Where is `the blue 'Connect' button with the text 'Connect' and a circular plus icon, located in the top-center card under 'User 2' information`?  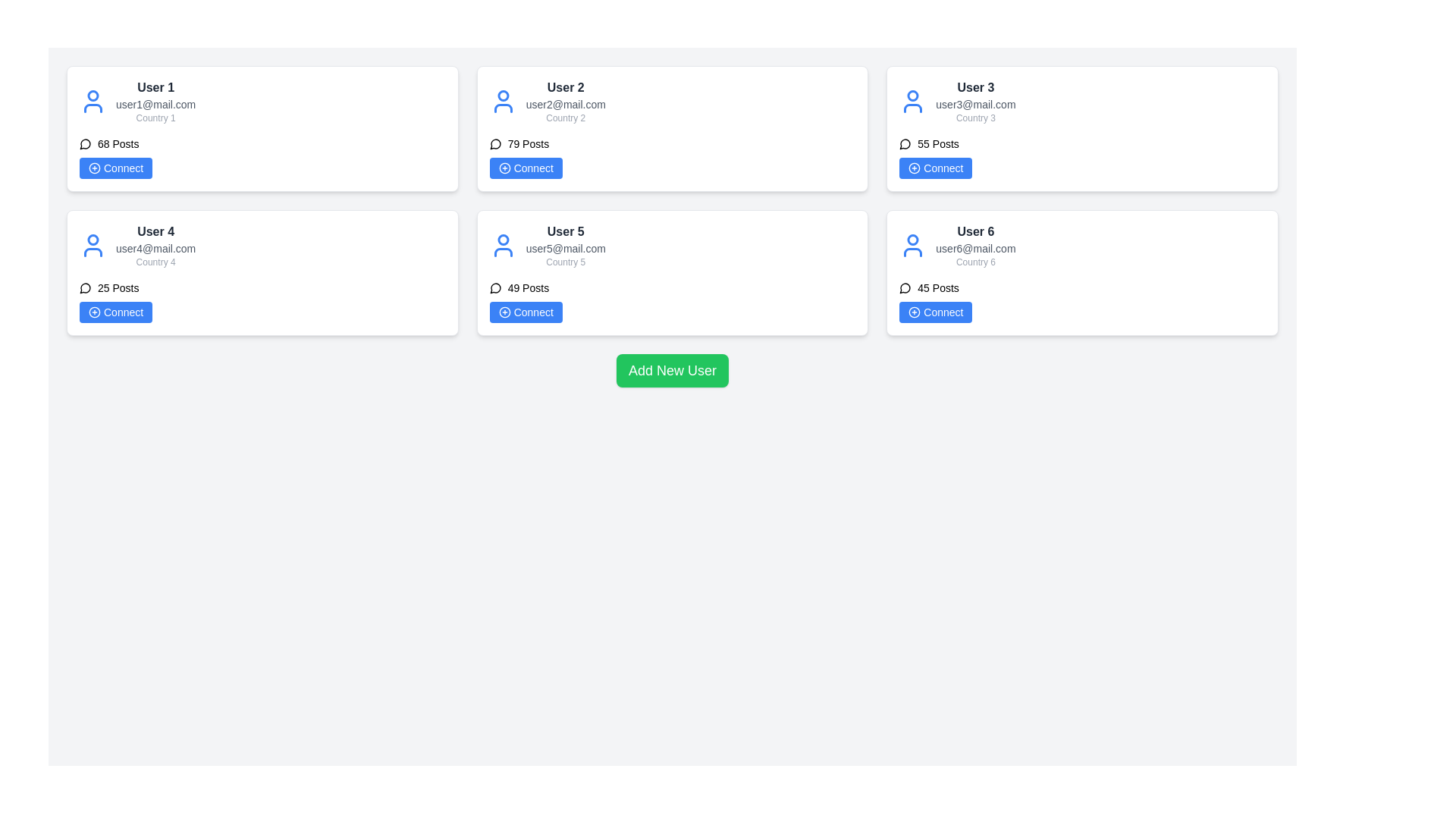 the blue 'Connect' button with the text 'Connect' and a circular plus icon, located in the top-center card under 'User 2' information is located at coordinates (526, 168).